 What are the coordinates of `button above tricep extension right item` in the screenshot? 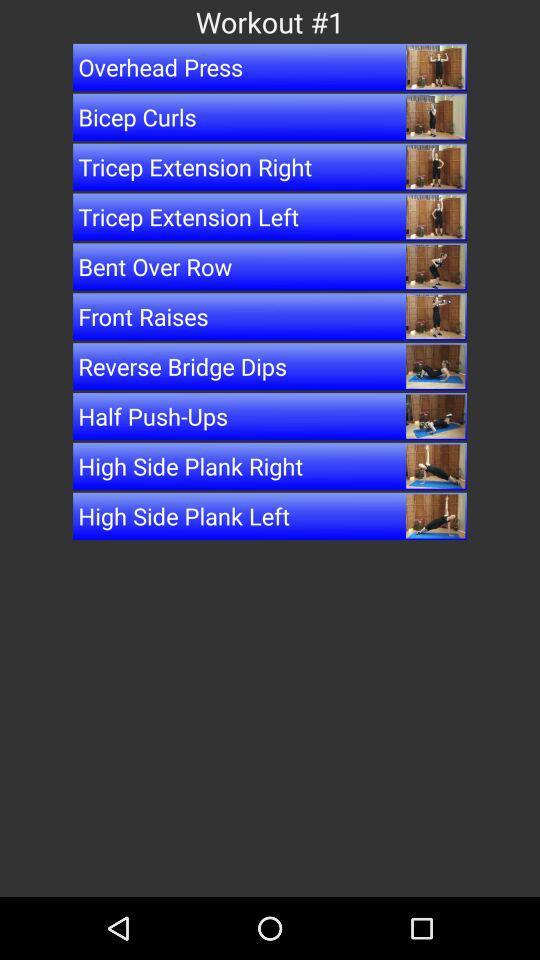 It's located at (270, 117).